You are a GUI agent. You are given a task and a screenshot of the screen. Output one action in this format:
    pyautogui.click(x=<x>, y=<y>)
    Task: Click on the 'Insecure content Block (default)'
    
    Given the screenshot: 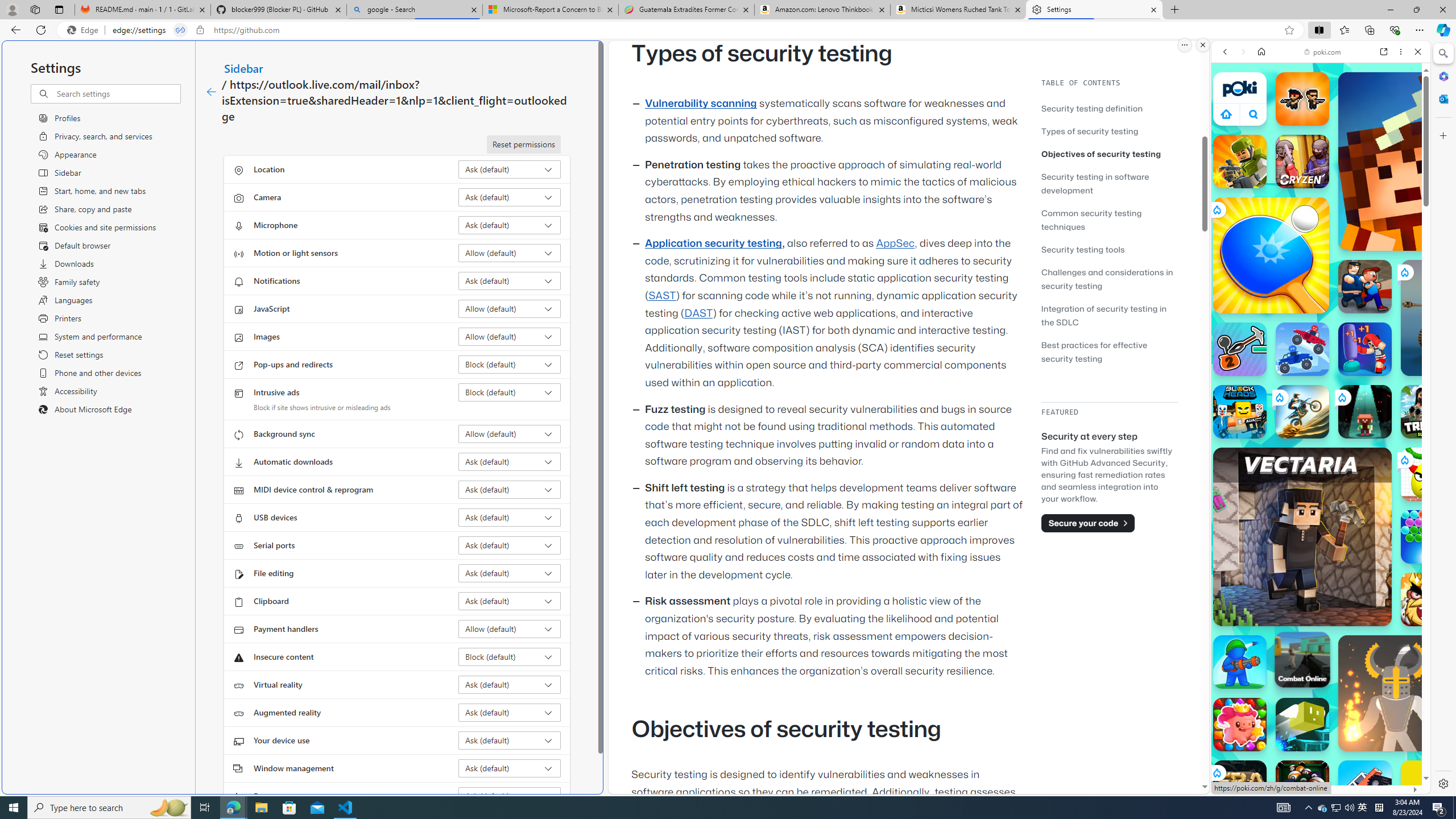 What is the action you would take?
    pyautogui.click(x=510, y=656)
    